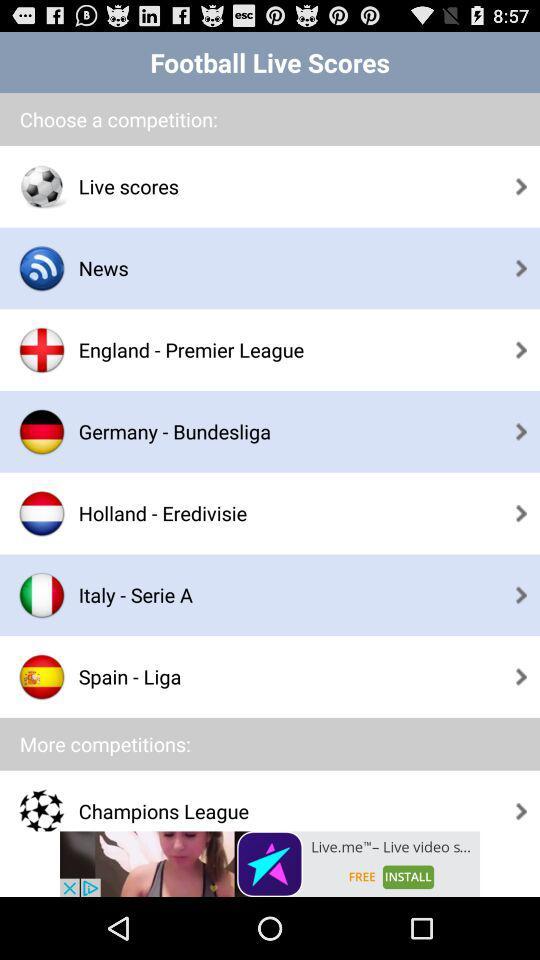  Describe the element at coordinates (42, 512) in the screenshot. I see `symbol next to holland  eredivisie` at that location.